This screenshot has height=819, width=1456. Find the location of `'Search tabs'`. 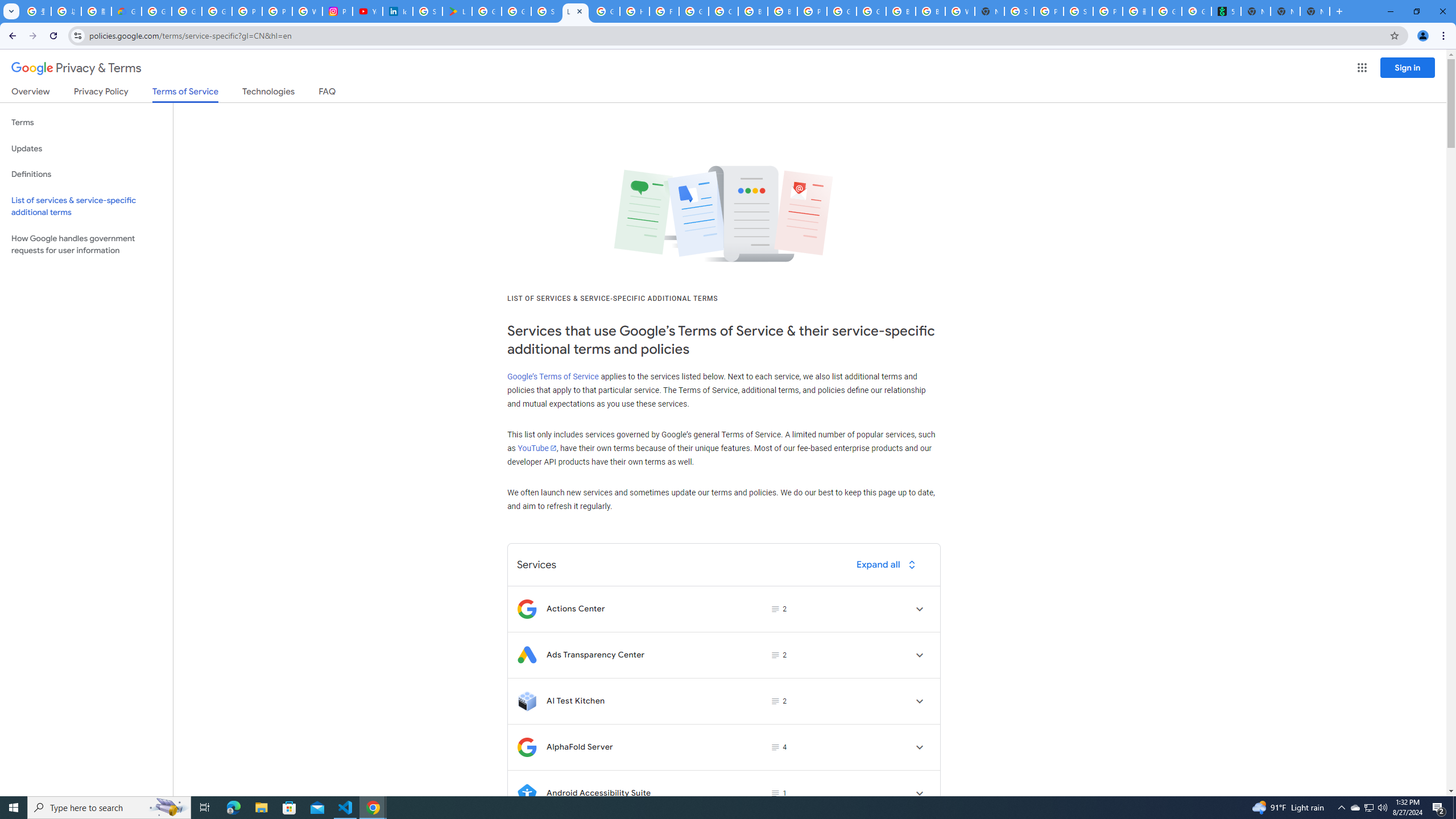

'Search tabs' is located at coordinates (11, 11).